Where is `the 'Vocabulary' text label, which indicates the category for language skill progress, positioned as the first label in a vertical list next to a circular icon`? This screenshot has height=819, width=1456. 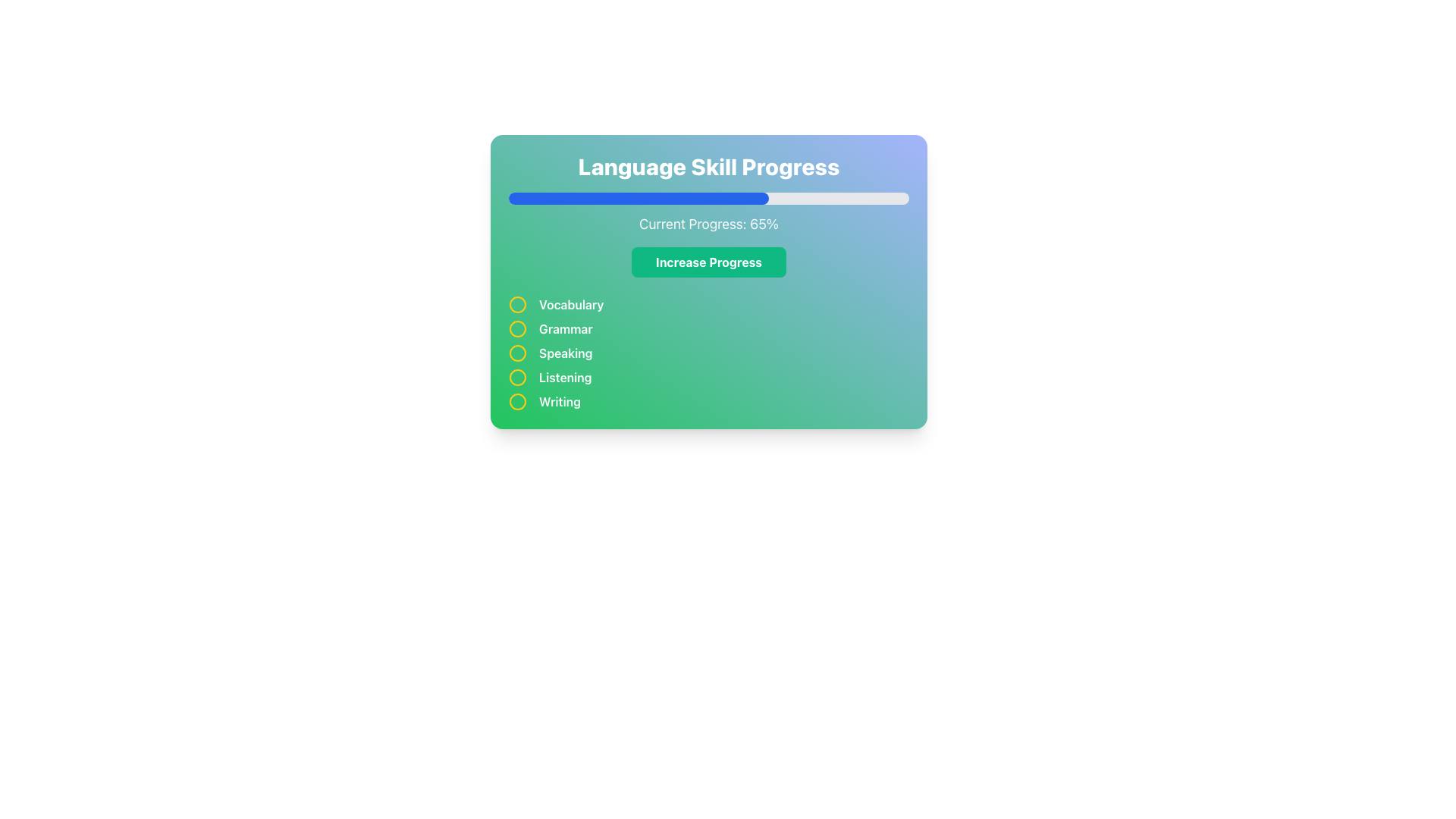
the 'Vocabulary' text label, which indicates the category for language skill progress, positioned as the first label in a vertical list next to a circular icon is located at coordinates (570, 304).